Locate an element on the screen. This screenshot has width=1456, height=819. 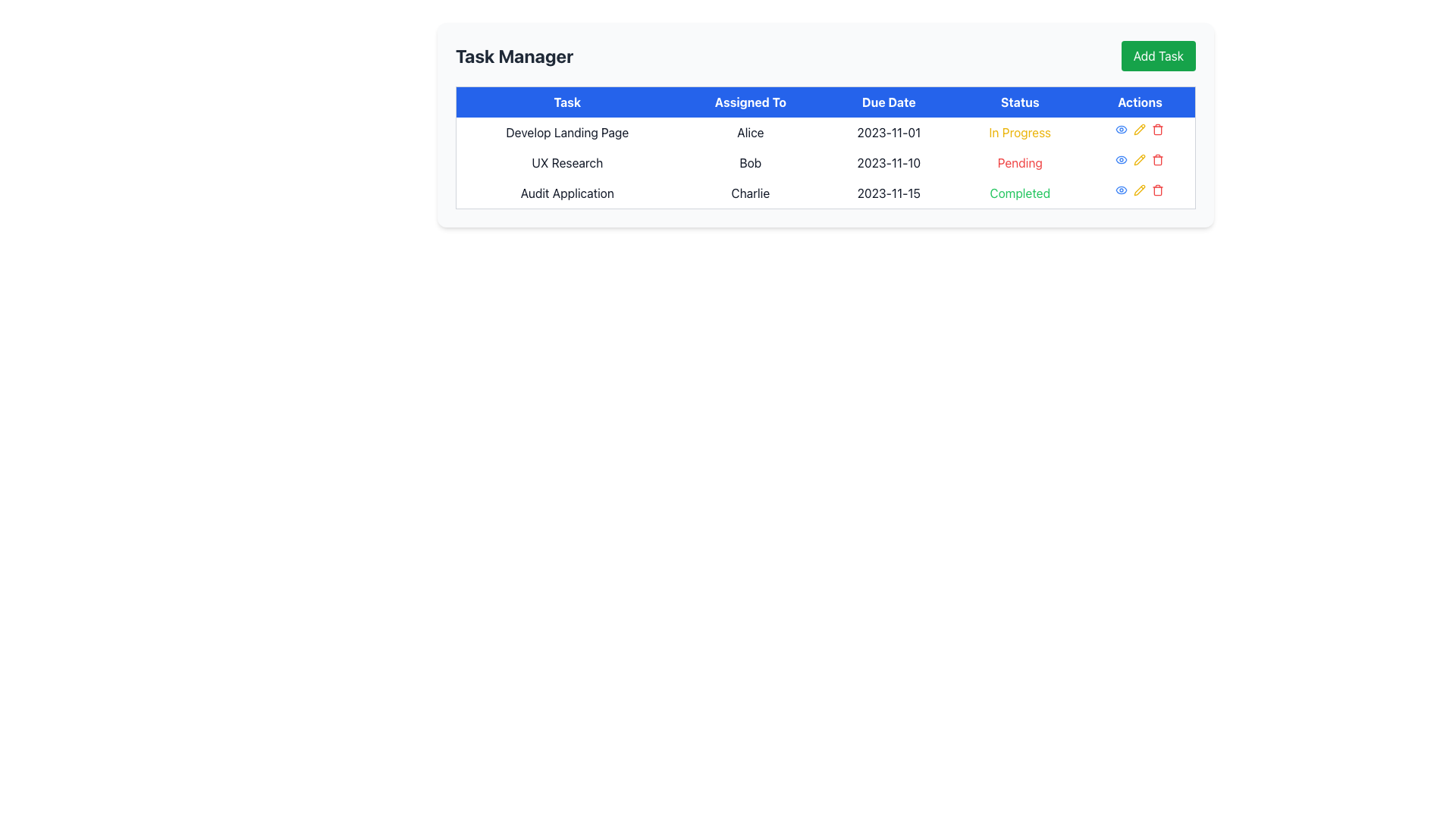
the Label indicating the completion status of the task 'Audit Application', which is the last entry in the 'Status' column of the table is located at coordinates (1020, 193).